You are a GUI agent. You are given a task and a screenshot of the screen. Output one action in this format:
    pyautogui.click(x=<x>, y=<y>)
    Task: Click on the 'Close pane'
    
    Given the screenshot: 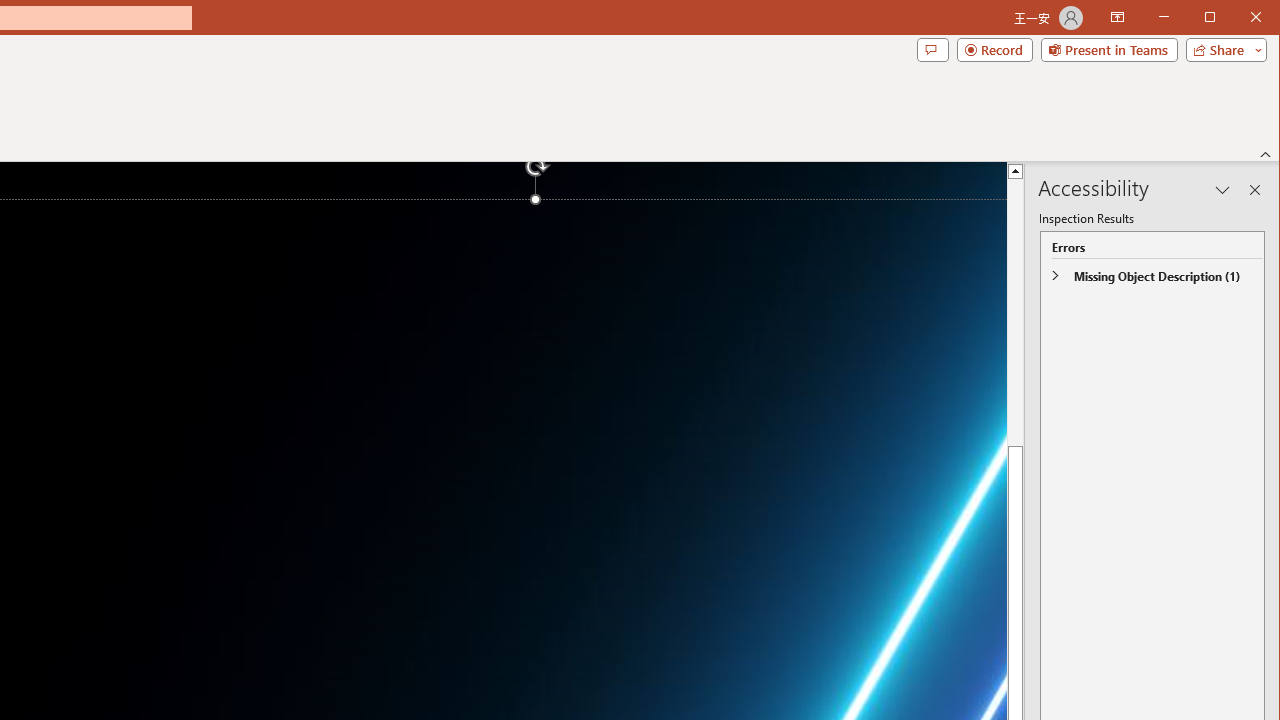 What is the action you would take?
    pyautogui.click(x=1254, y=190)
    